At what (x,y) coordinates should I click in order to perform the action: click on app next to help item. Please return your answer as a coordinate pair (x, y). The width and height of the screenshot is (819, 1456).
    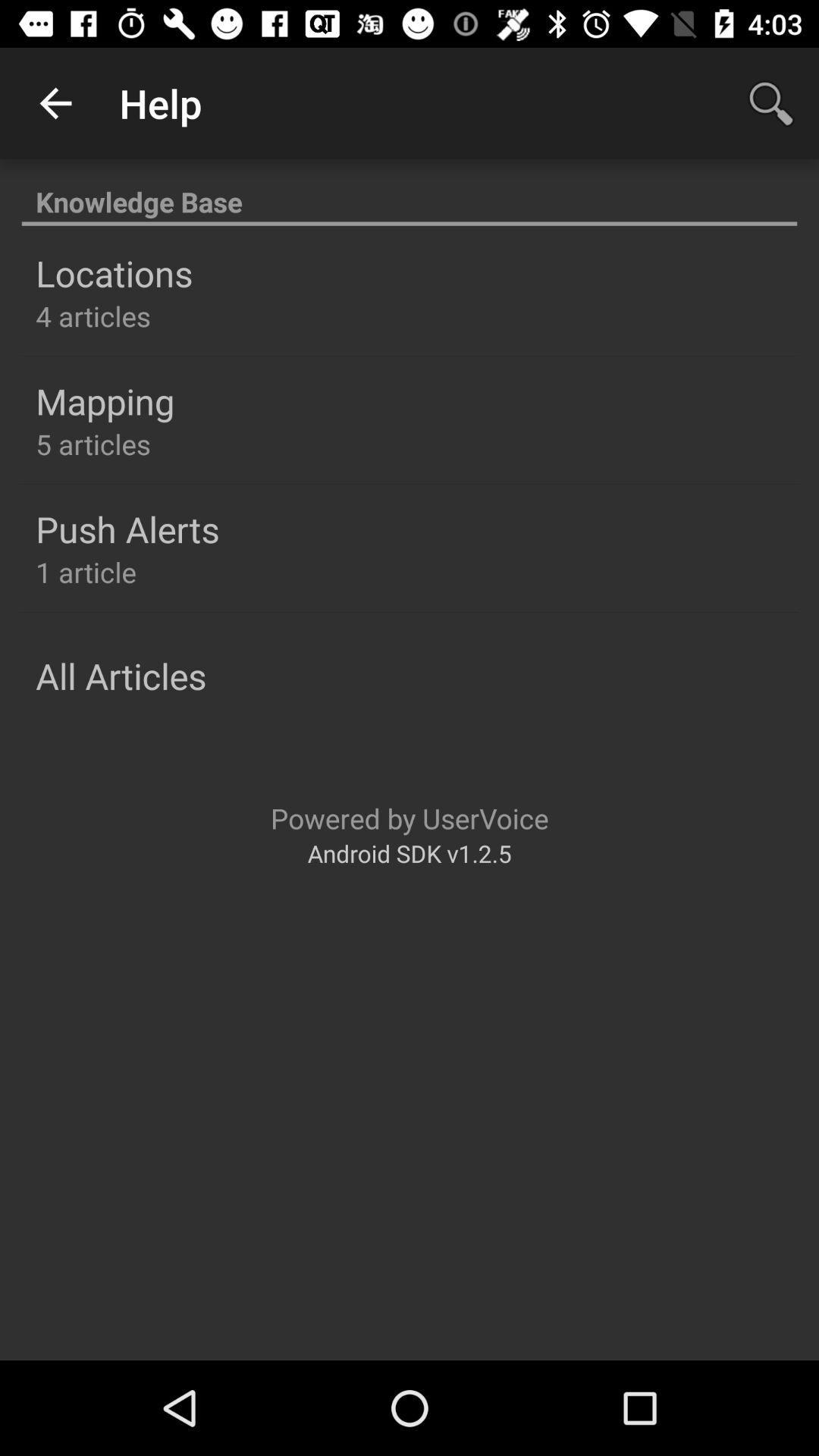
    Looking at the image, I should click on (55, 102).